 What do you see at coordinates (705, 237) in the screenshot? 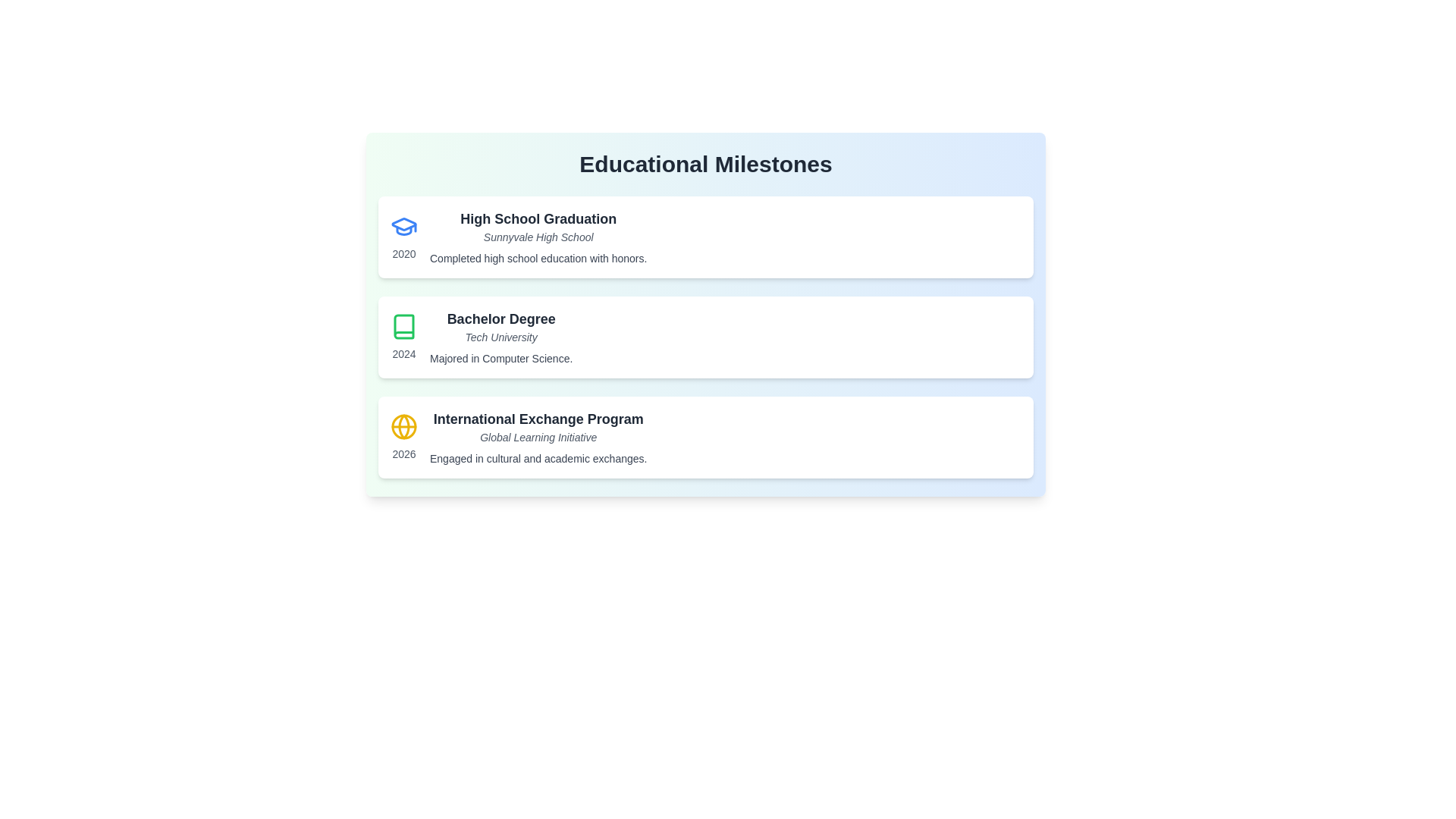
I see `details of the educational achievement card displaying 'High School Graduation' from 'Sunnyvale High School' for the year 2020, which is the first card in the list under 'Educational Milestones'` at bounding box center [705, 237].